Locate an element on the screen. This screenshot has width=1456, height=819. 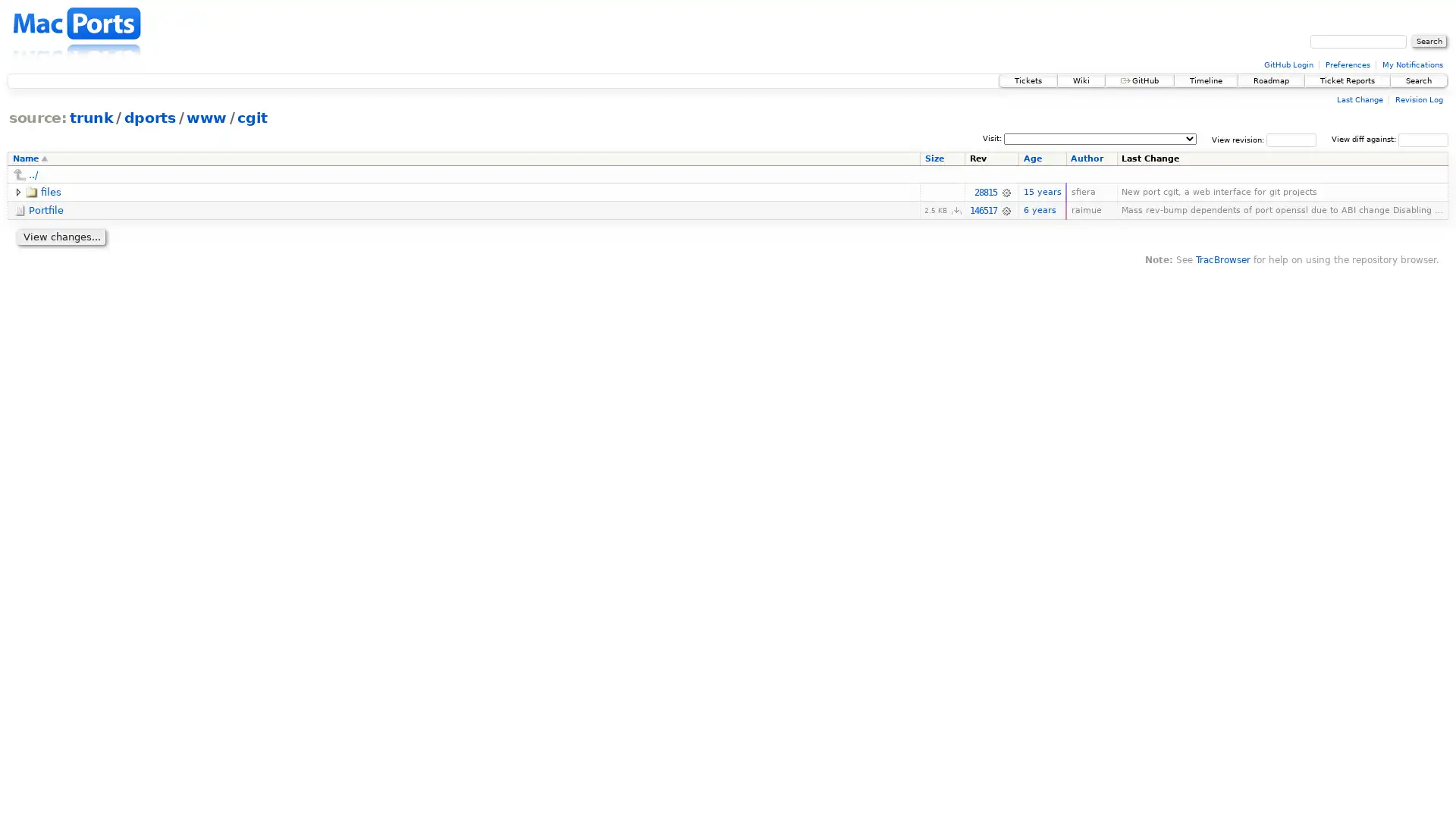
Search is located at coordinates (1429, 40).